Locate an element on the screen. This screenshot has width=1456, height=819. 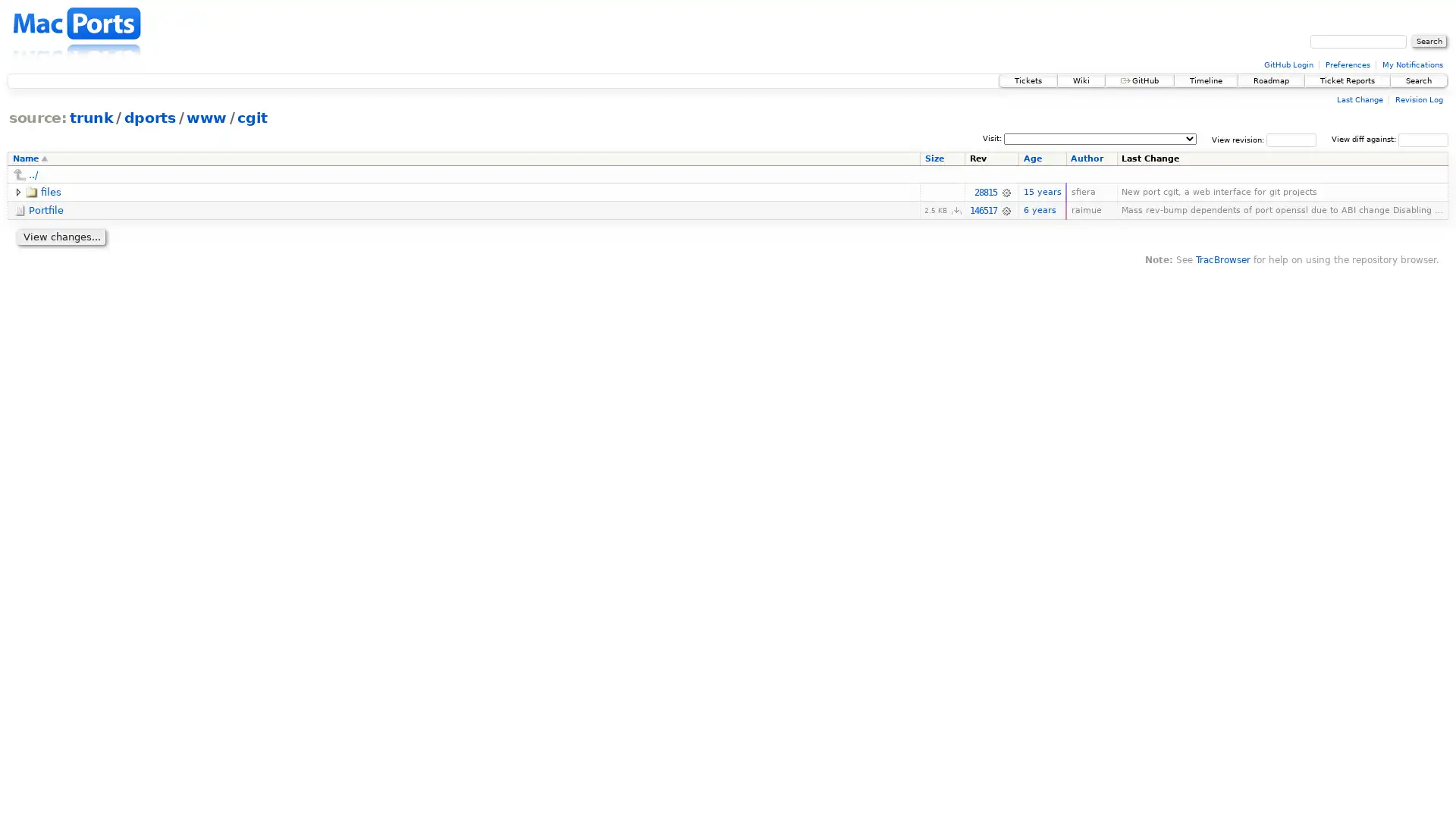
Search is located at coordinates (1429, 40).